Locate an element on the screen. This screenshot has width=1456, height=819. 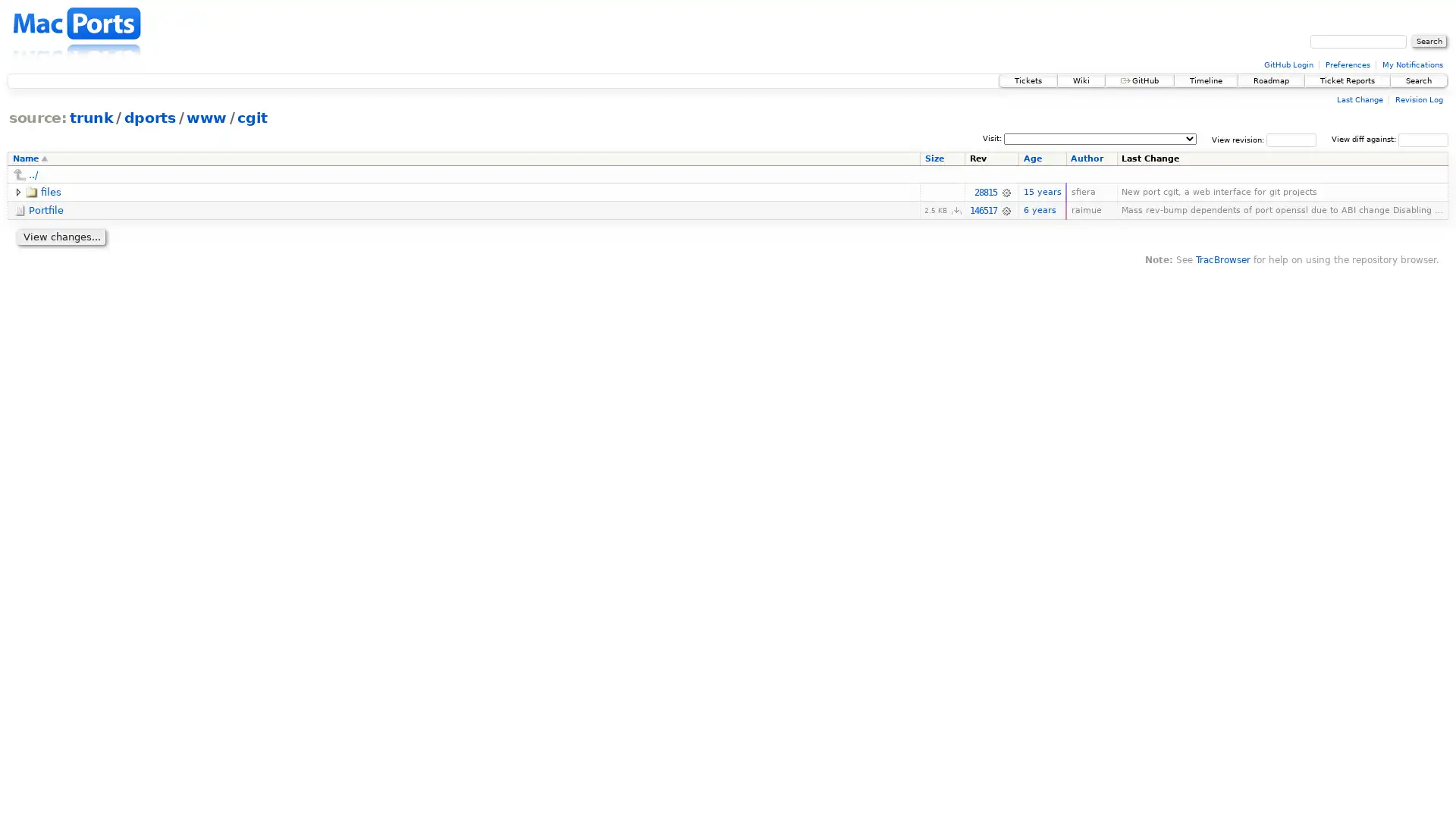
Search is located at coordinates (1429, 40).